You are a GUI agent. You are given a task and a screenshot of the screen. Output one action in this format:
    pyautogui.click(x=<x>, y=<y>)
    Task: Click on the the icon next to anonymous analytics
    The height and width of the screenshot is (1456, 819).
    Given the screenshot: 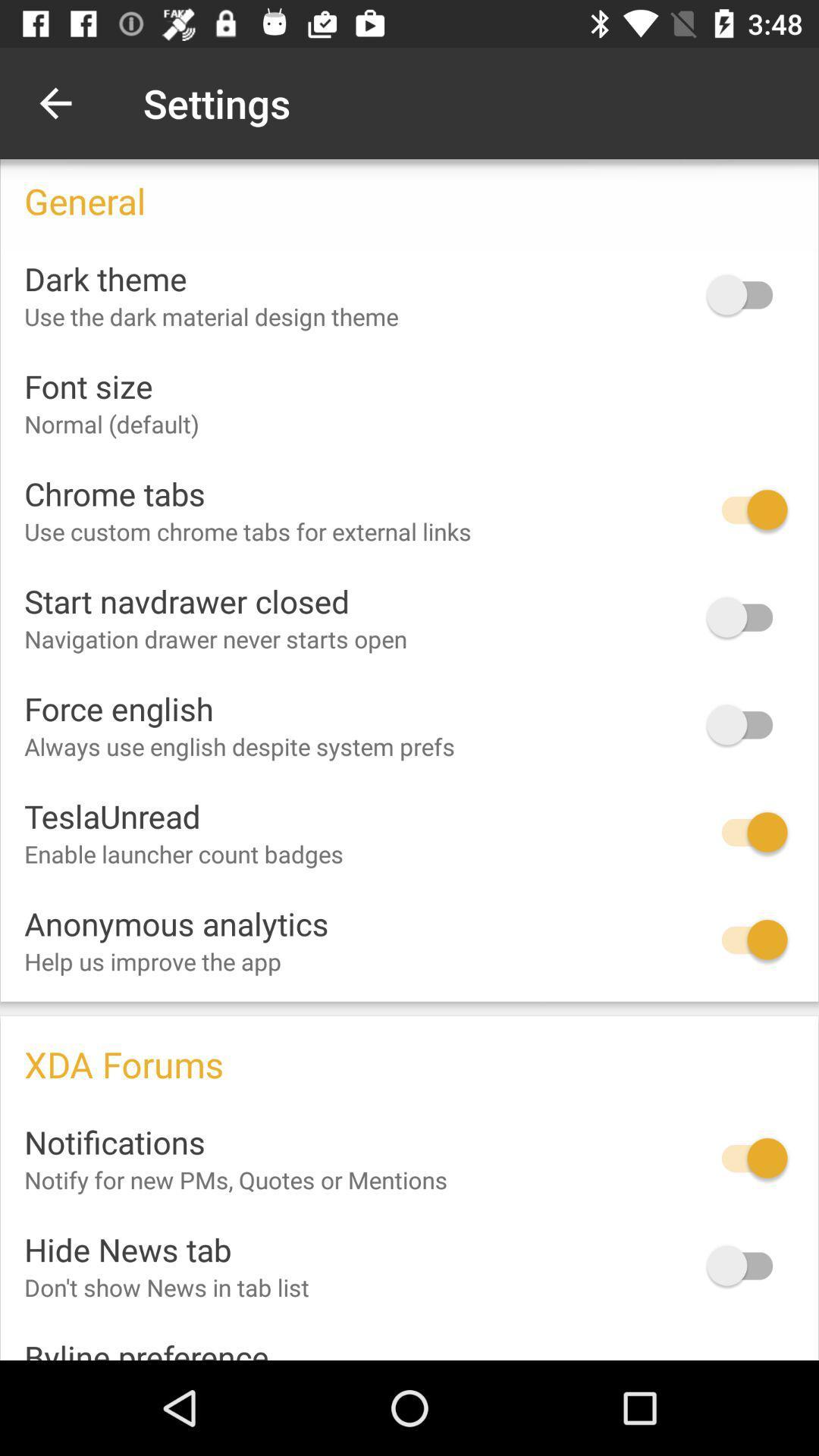 What is the action you would take?
    pyautogui.click(x=746, y=939)
    